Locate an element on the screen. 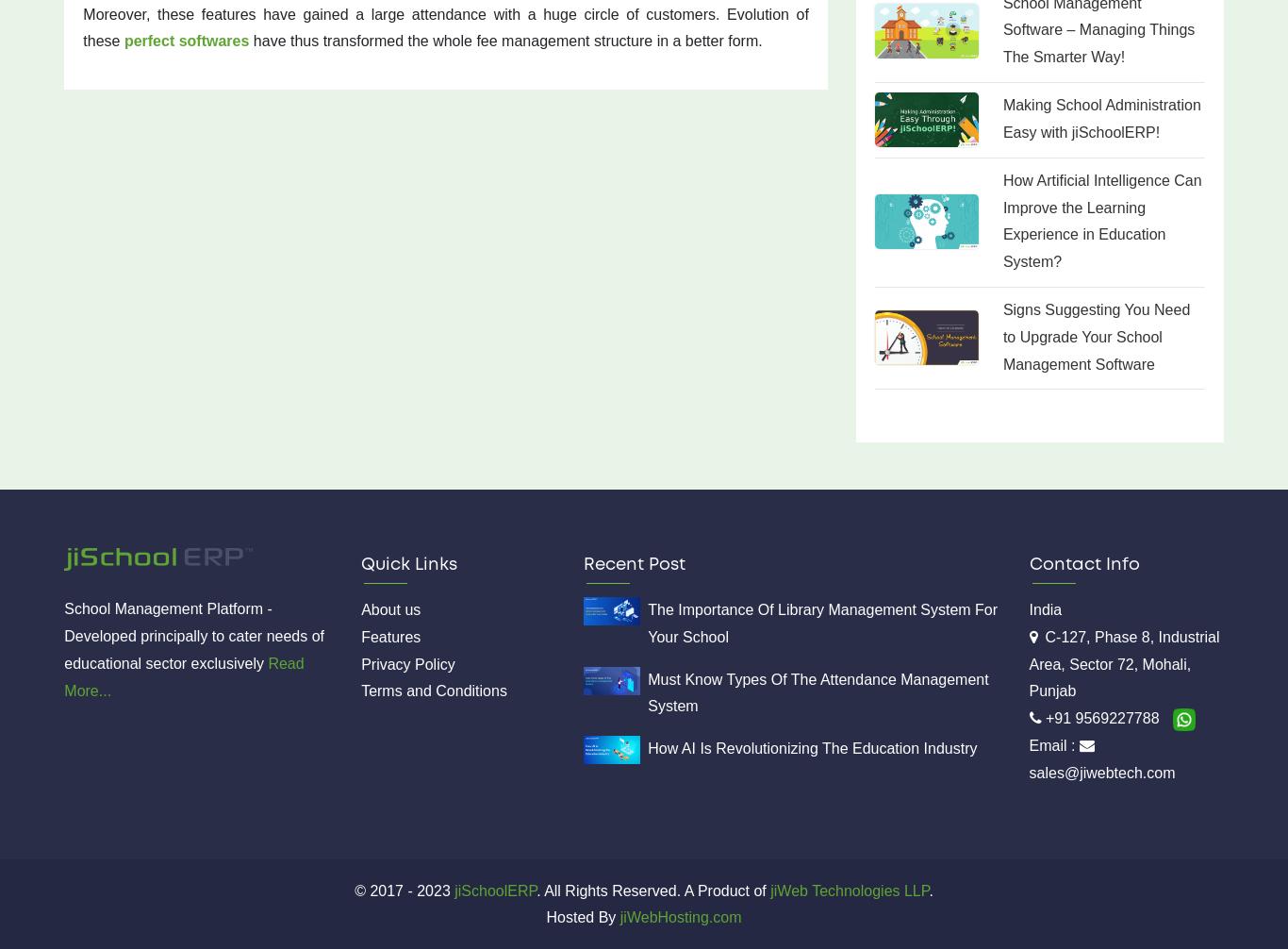  'sales@jiwebtech.com' is located at coordinates (1101, 771).